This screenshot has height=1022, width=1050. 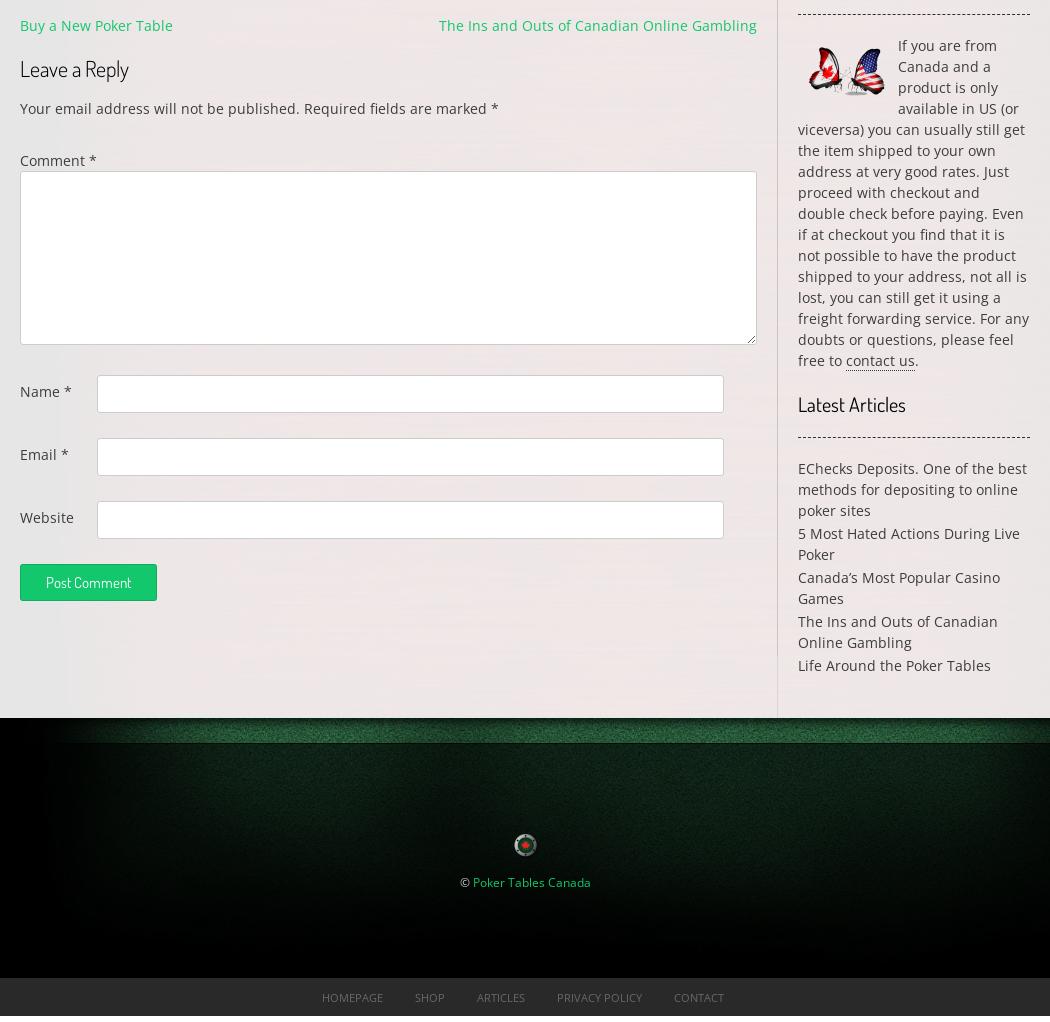 What do you see at coordinates (428, 996) in the screenshot?
I see `'Shop'` at bounding box center [428, 996].